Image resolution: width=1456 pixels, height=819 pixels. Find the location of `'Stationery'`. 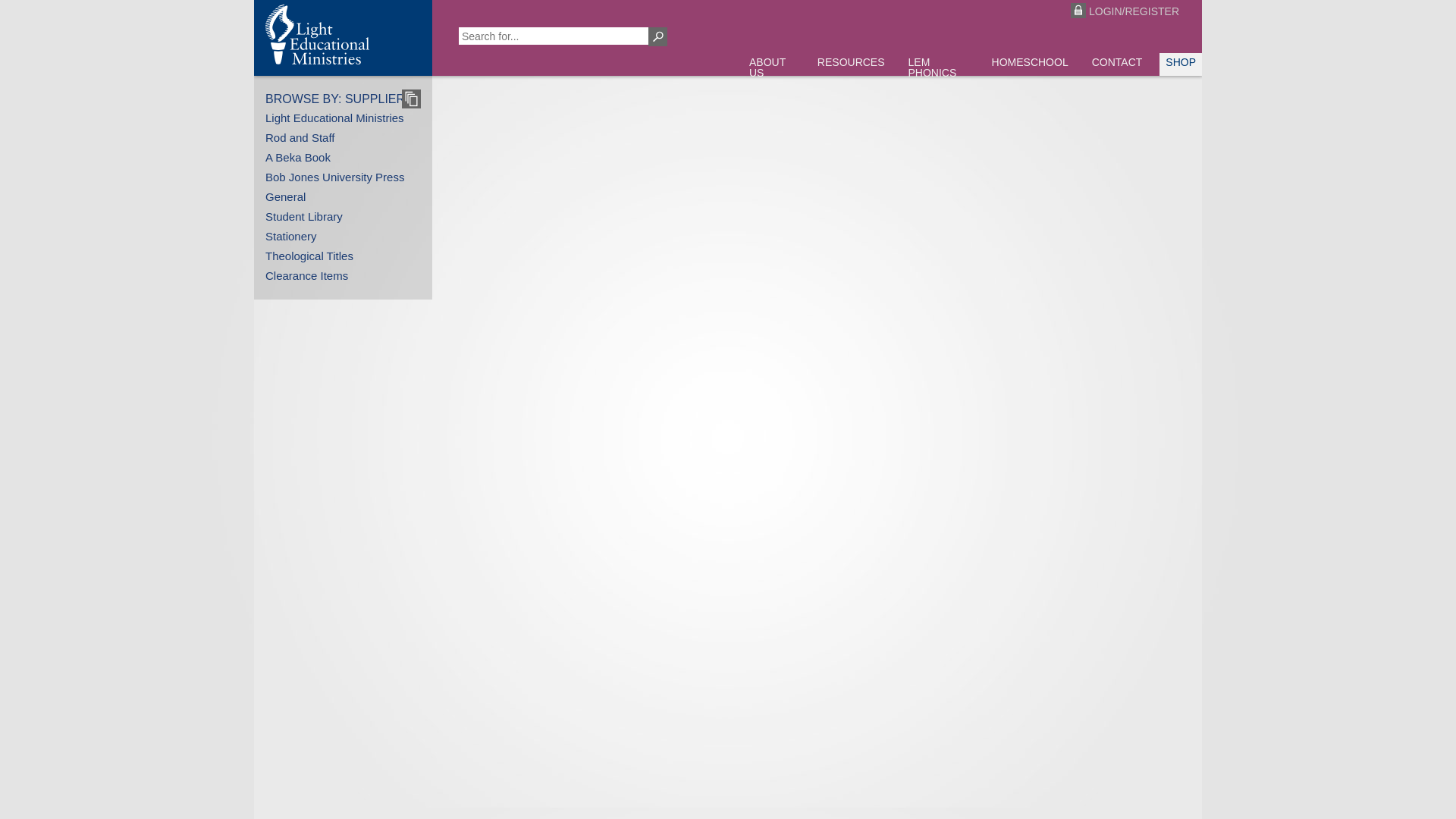

'Stationery' is located at coordinates (291, 236).